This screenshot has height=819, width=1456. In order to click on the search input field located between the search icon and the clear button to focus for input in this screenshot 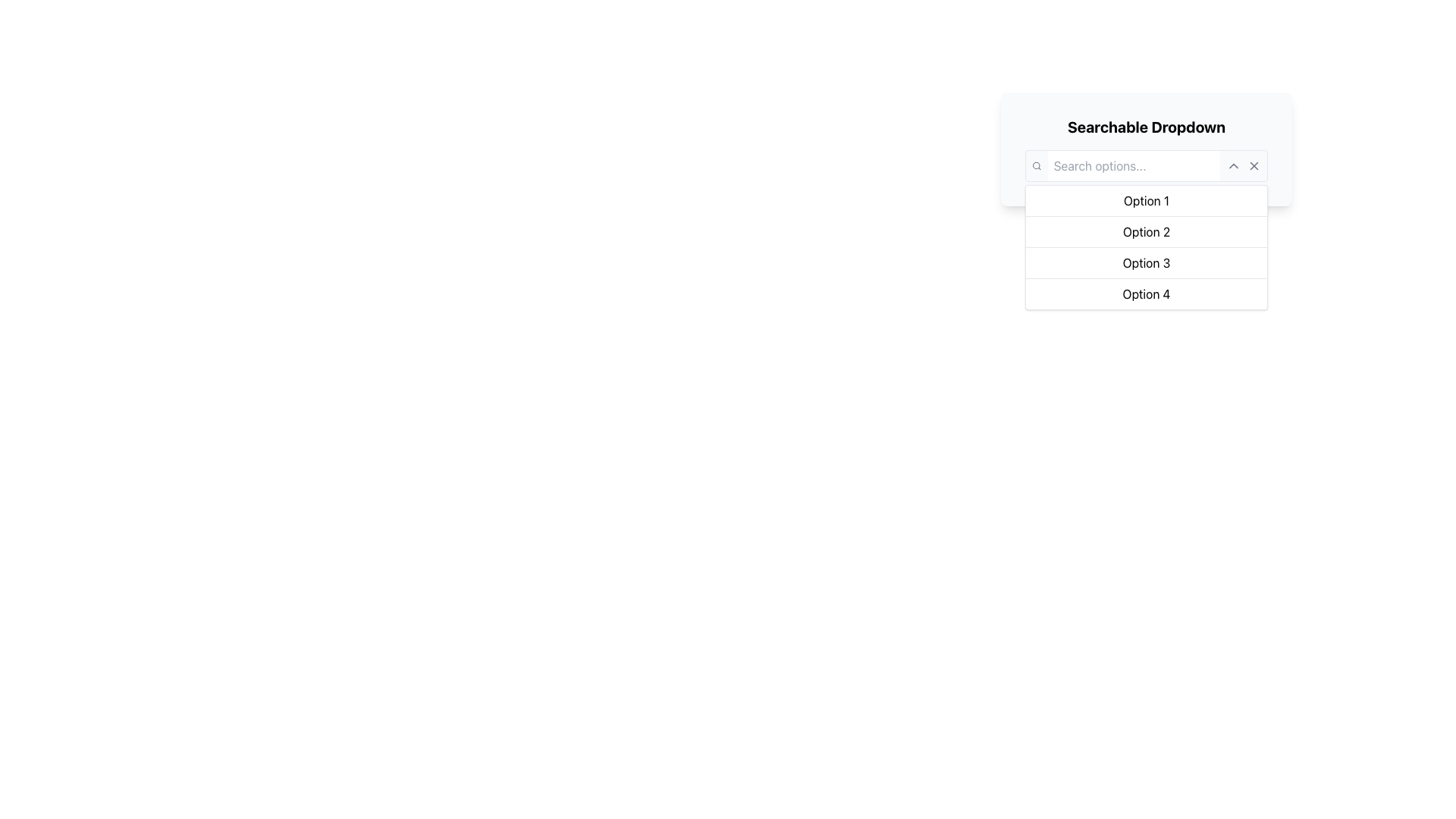, I will do `click(1134, 166)`.